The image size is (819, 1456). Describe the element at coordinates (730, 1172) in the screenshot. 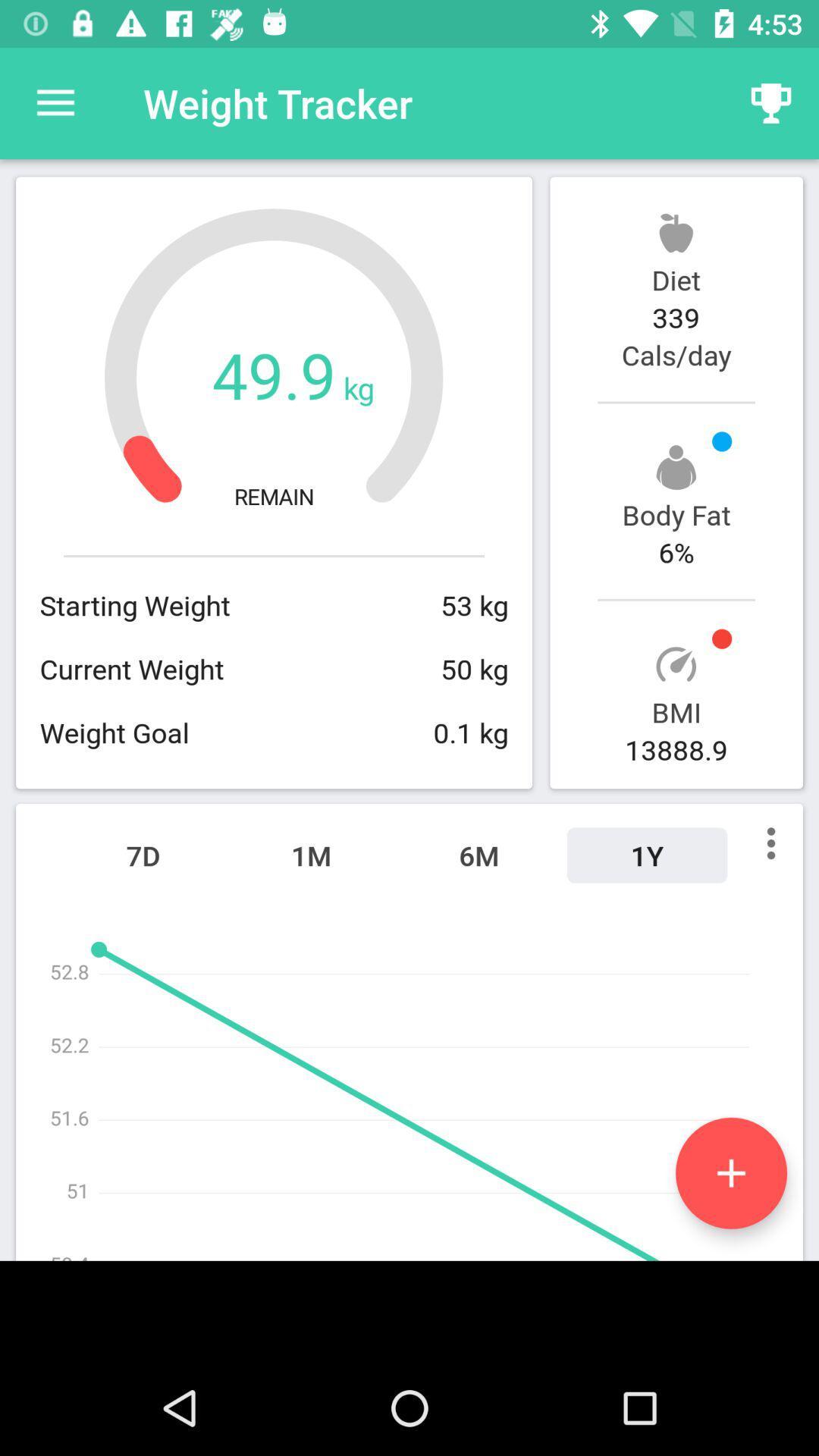

I see `the add icon` at that location.